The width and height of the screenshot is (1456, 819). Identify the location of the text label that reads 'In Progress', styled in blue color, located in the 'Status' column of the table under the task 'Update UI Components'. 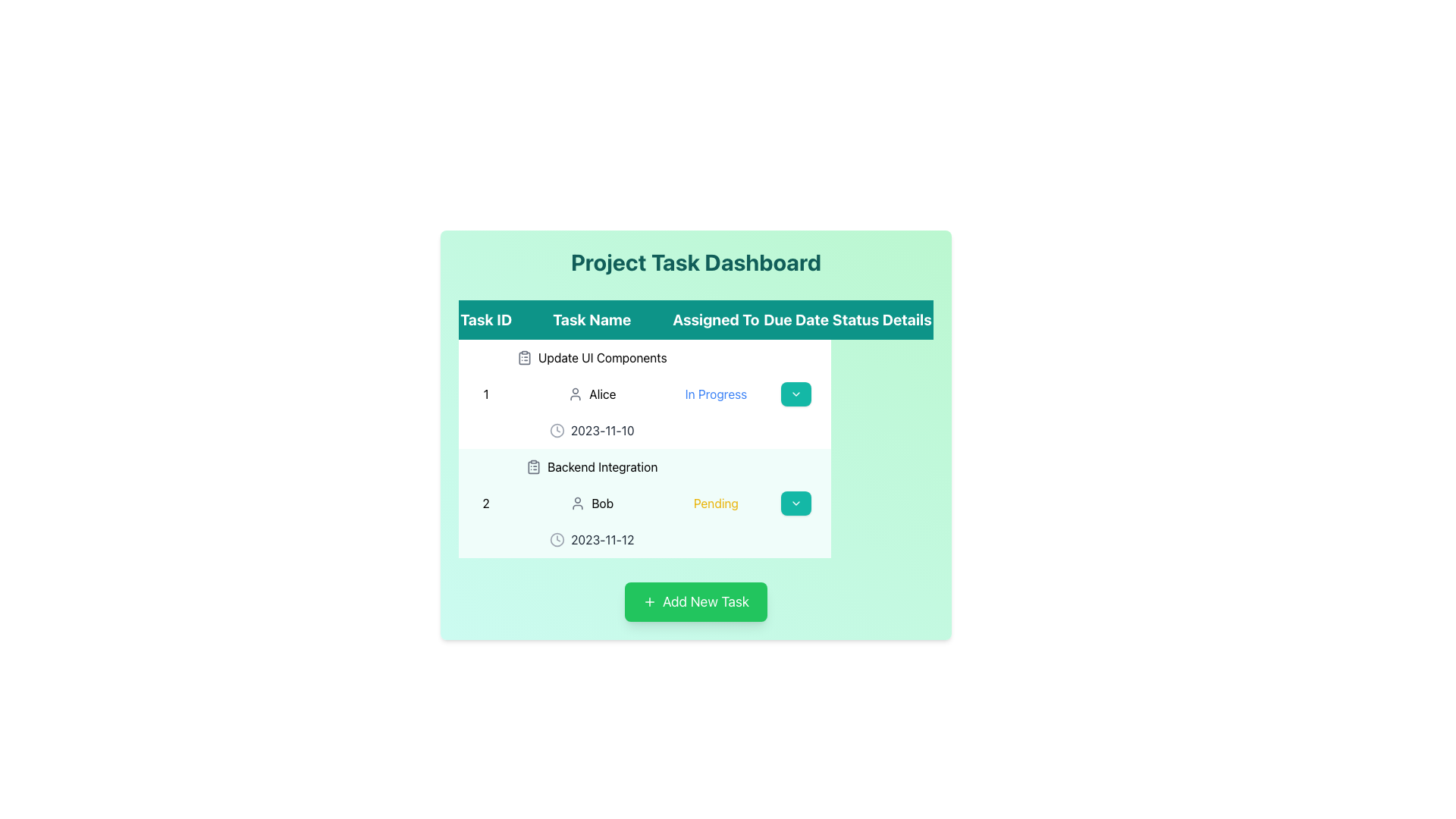
(715, 394).